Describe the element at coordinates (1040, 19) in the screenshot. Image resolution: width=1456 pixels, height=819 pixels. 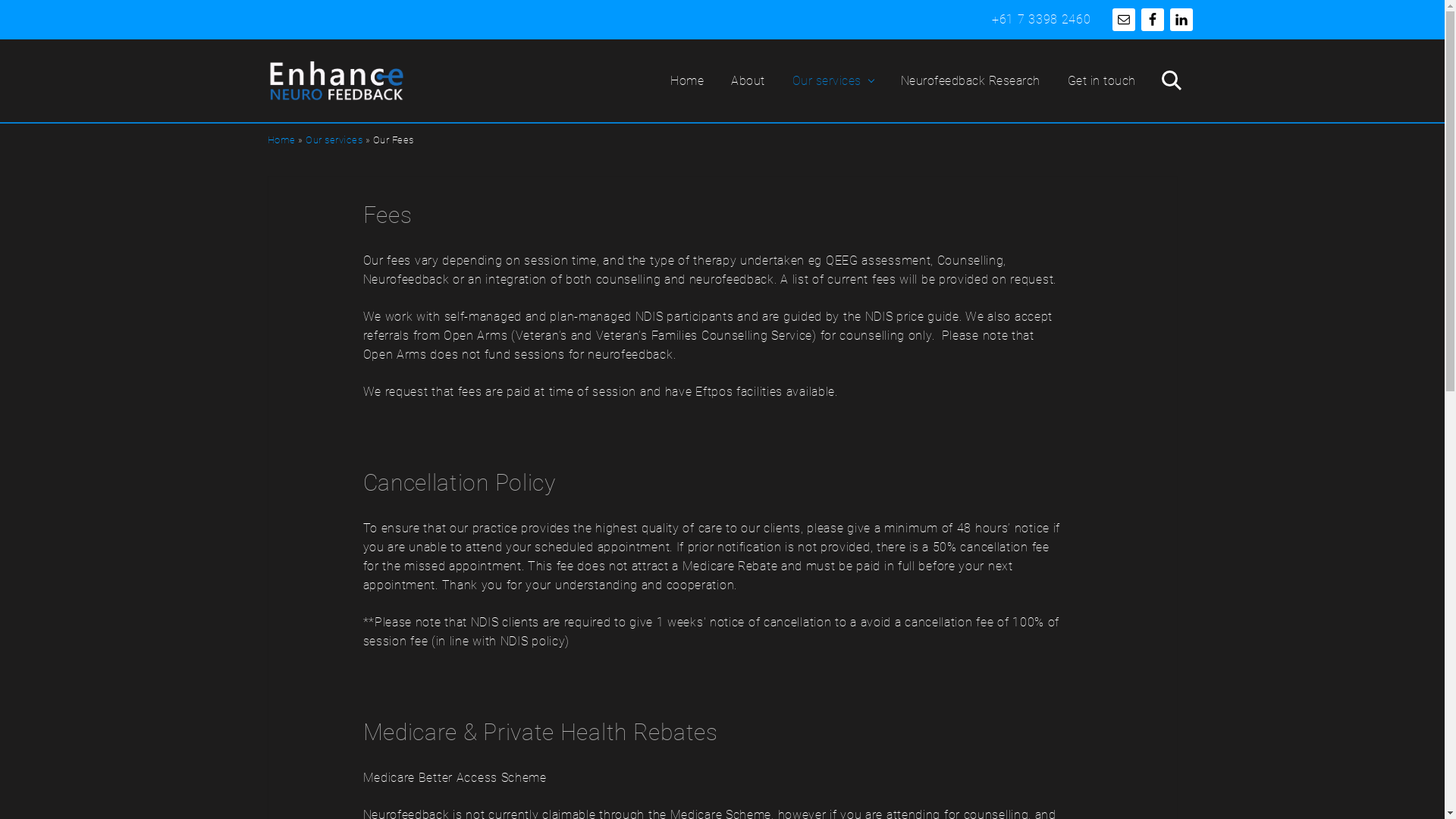
I see `'+61 7 3398 2460'` at that location.